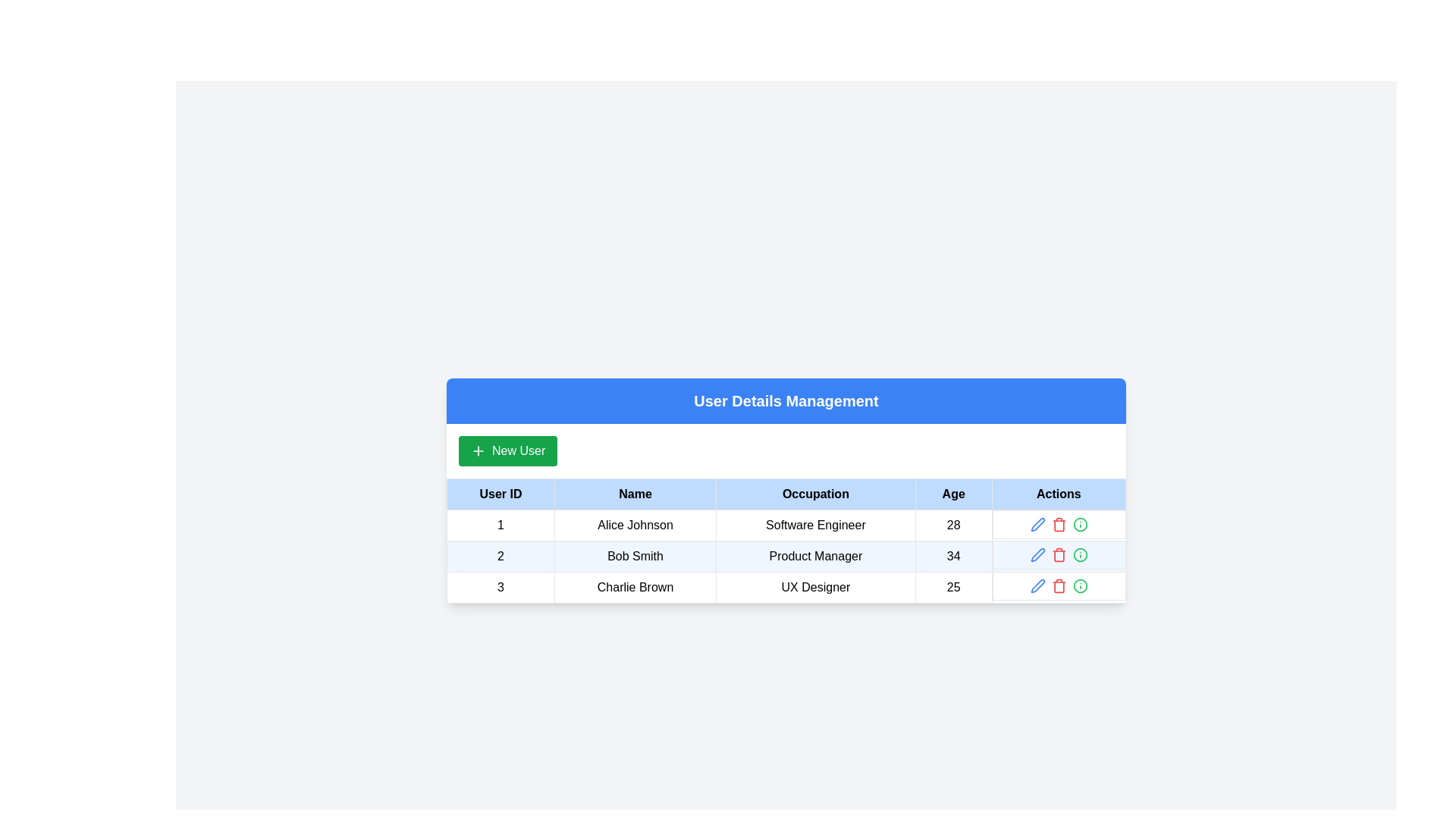 The width and height of the screenshot is (1456, 819). What do you see at coordinates (1058, 523) in the screenshot?
I see `the red delete icon in the Action button group located at the rightmost part of the first row of the table under the 'Actions' column to confirm deletion` at bounding box center [1058, 523].